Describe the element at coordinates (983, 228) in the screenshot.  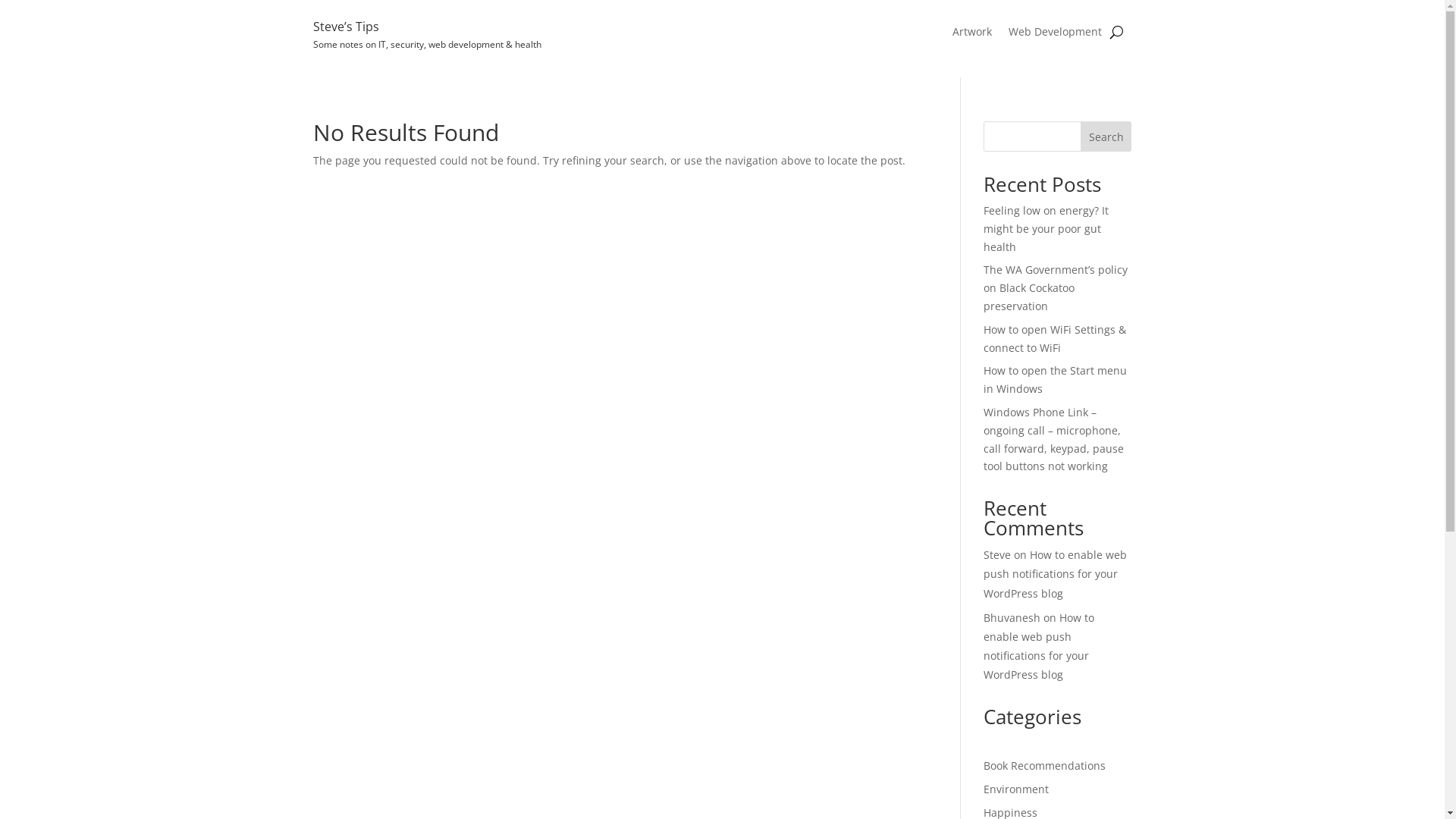
I see `'Feeling low on energy? It might be your poor gut health'` at that location.